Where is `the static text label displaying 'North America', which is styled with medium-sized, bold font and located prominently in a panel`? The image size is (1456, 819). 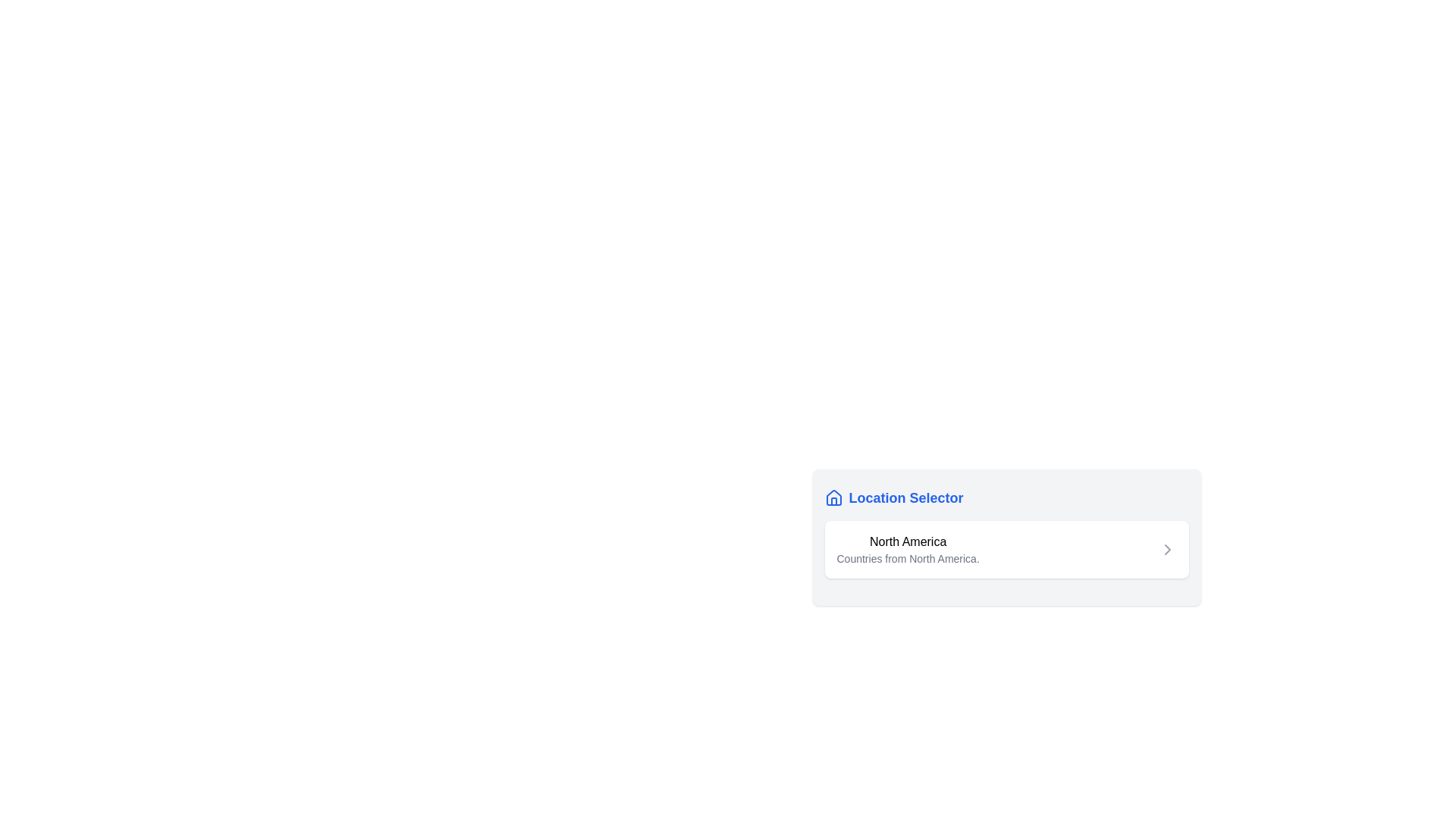 the static text label displaying 'North America', which is styled with medium-sized, bold font and located prominently in a panel is located at coordinates (908, 541).